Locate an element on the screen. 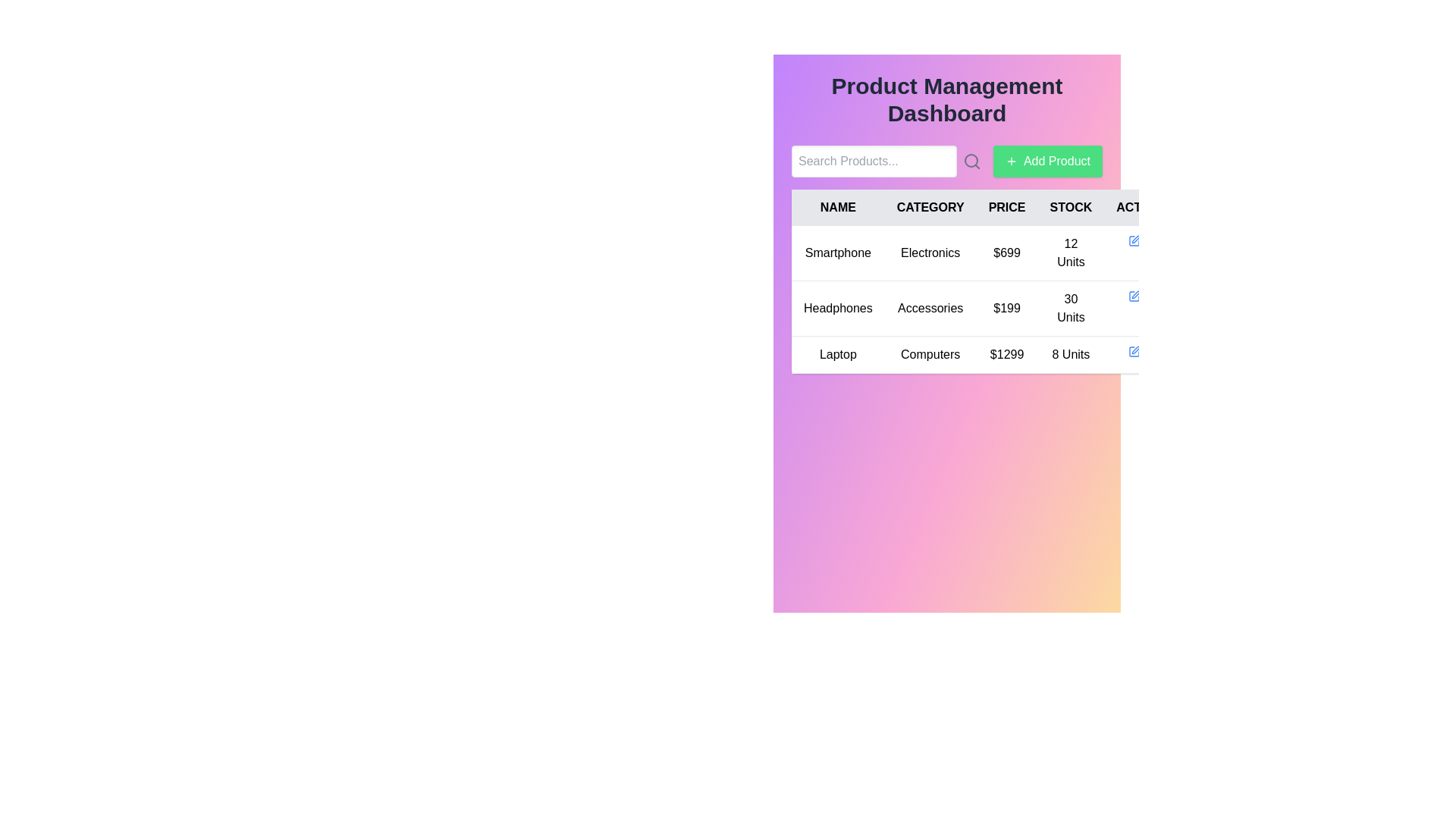  the plain text label displaying the stock quantity of the product 'Laptop', located in the fourth column of the third row under the 'STOCK' header is located at coordinates (1070, 354).